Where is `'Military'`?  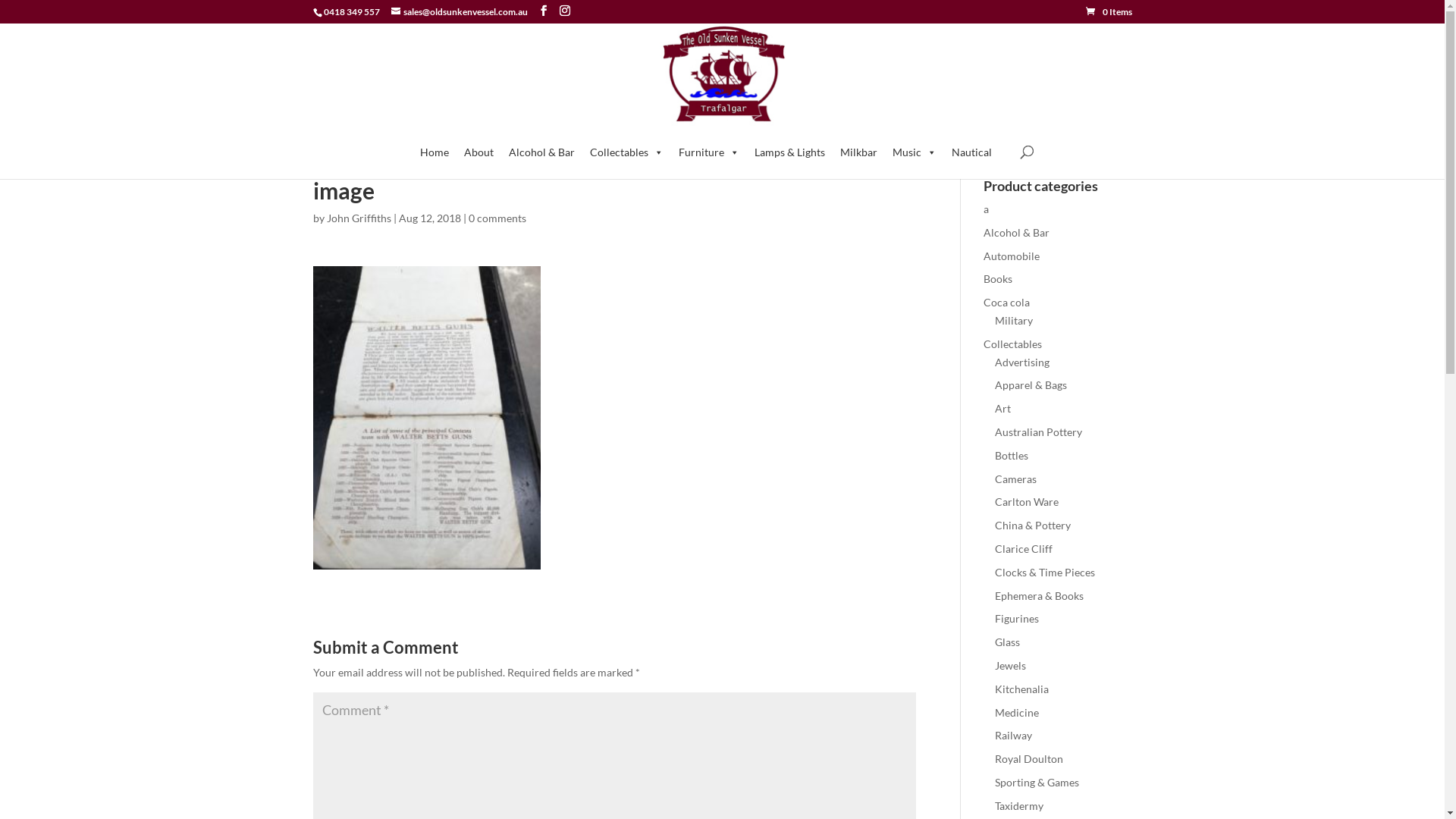 'Military' is located at coordinates (994, 319).